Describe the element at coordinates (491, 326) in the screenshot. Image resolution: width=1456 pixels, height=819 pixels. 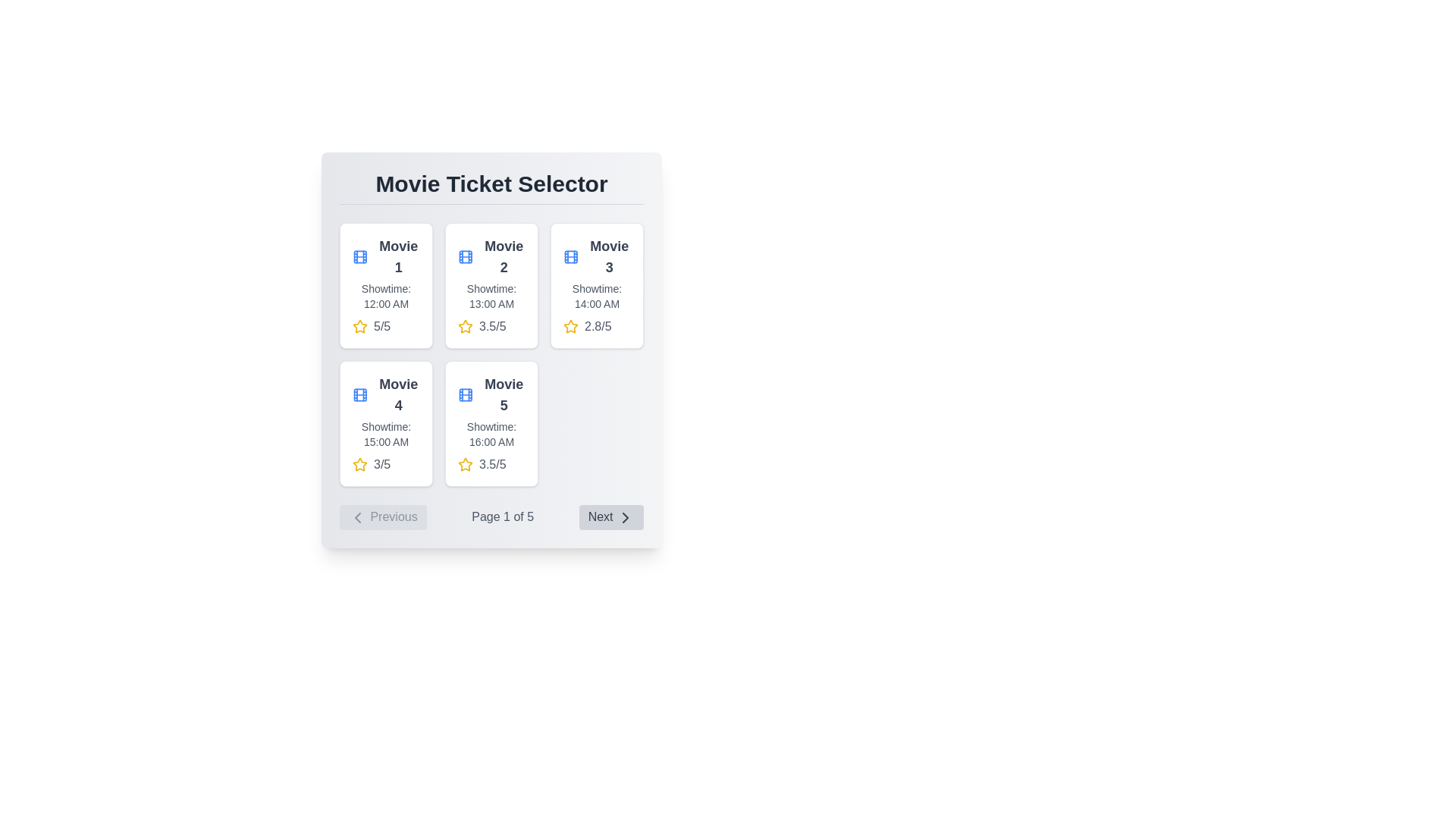
I see `rating value from the Rating Display Component, which shows '3.5 out of 5' and is located under the 'Showtime: 13:00 AM' text in the second card of the grid layout` at that location.